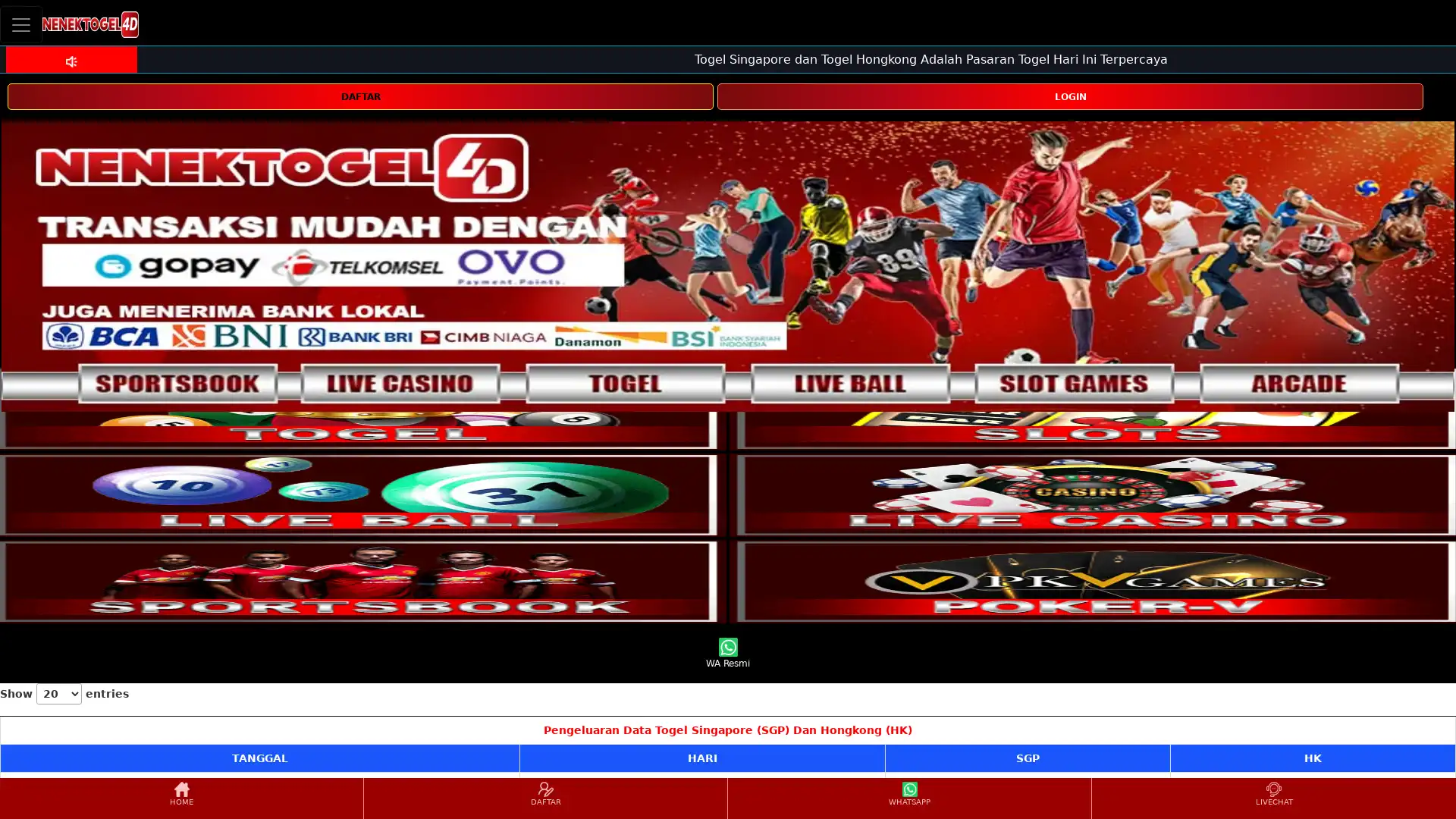 Image resolution: width=1456 pixels, height=819 pixels. What do you see at coordinates (359, 96) in the screenshot?
I see `DAFTAR` at bounding box center [359, 96].